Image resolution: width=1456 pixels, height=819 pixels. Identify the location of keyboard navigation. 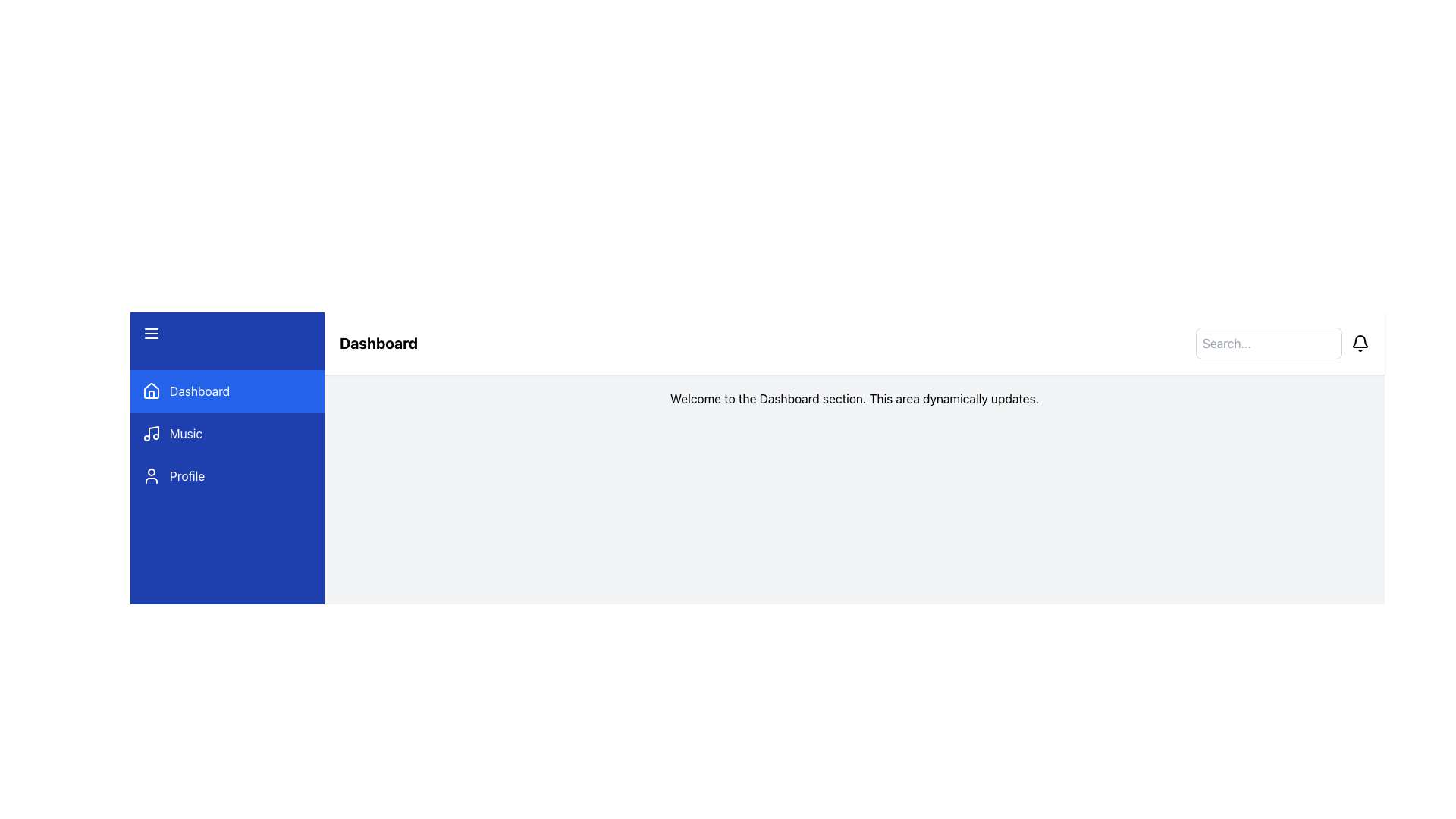
(226, 433).